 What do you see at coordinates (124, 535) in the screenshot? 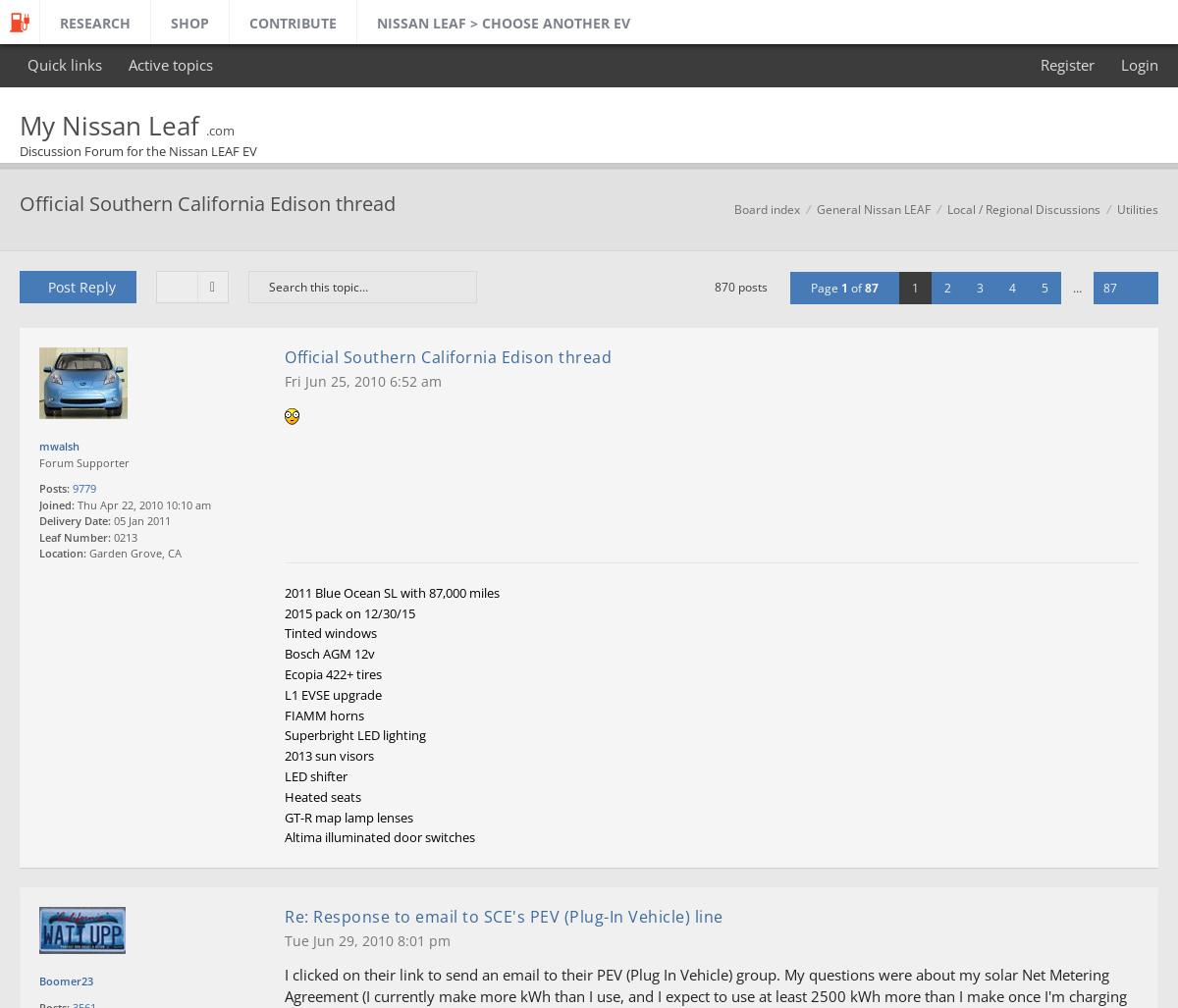
I see `'0213'` at bounding box center [124, 535].